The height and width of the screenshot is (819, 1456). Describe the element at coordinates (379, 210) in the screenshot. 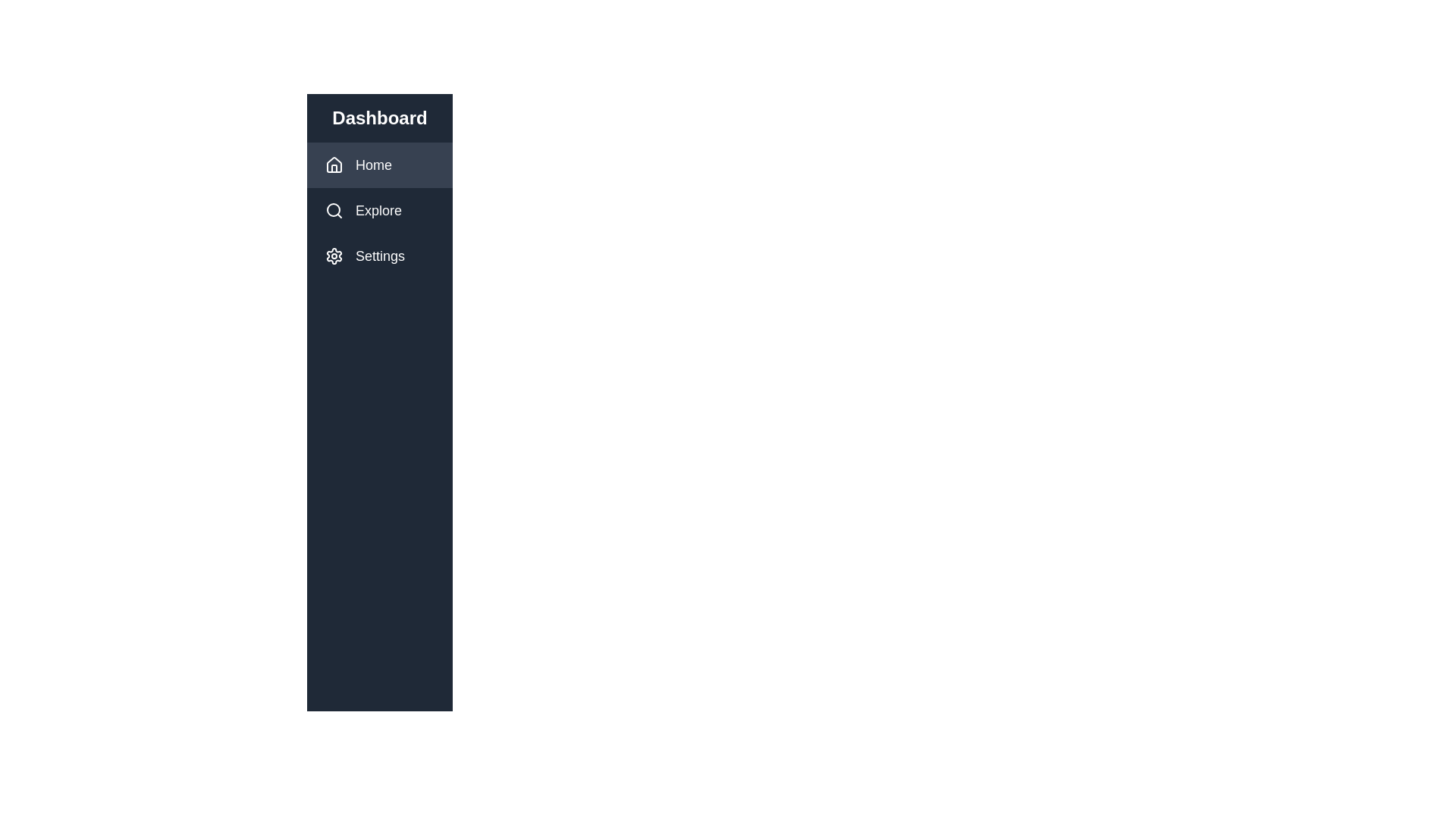

I see `the 'Explore' button, which is the second item in the vertical navigation menu located below 'Home' and above 'Settings'` at that location.